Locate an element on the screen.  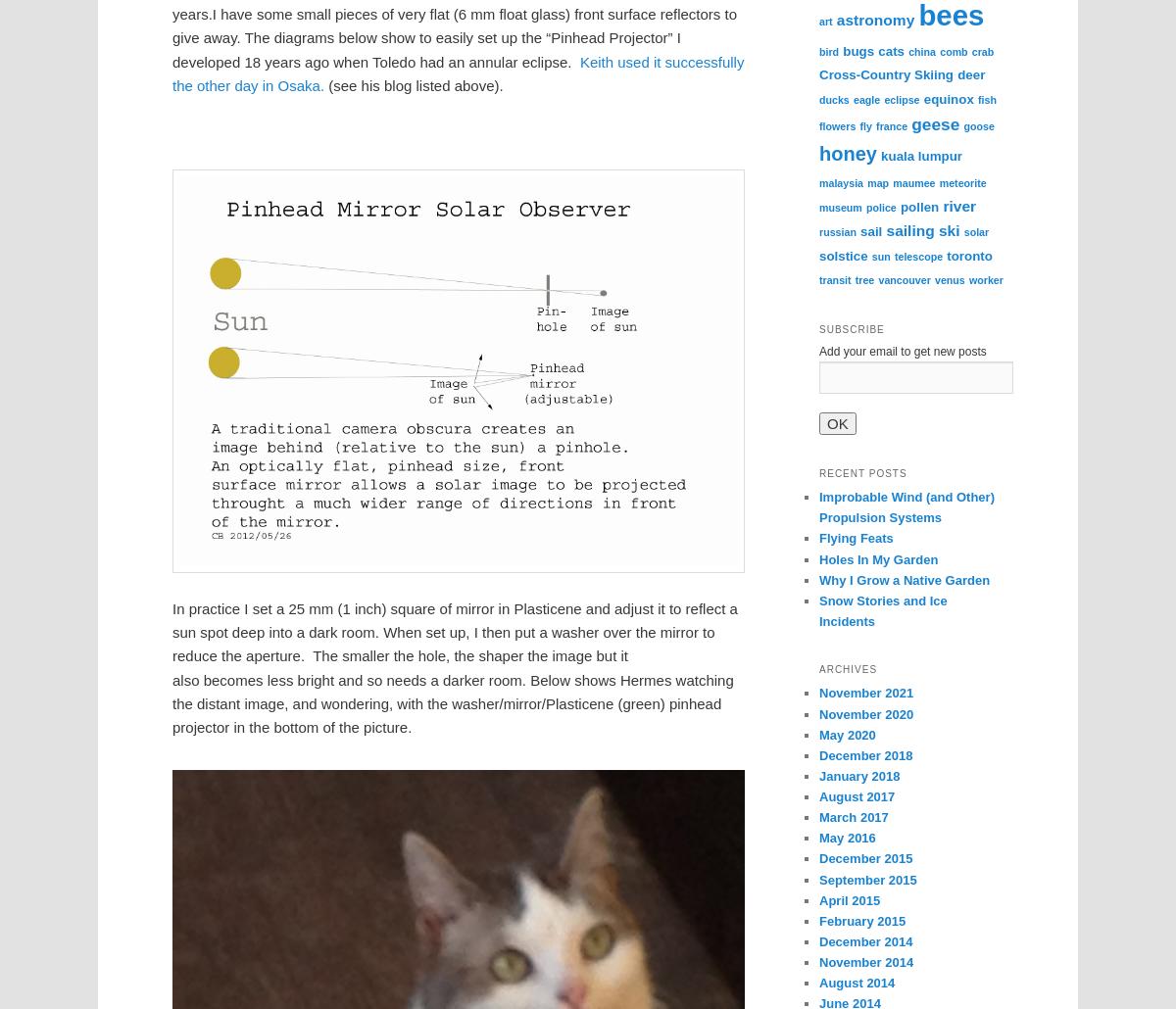
'goose' is located at coordinates (978, 124).